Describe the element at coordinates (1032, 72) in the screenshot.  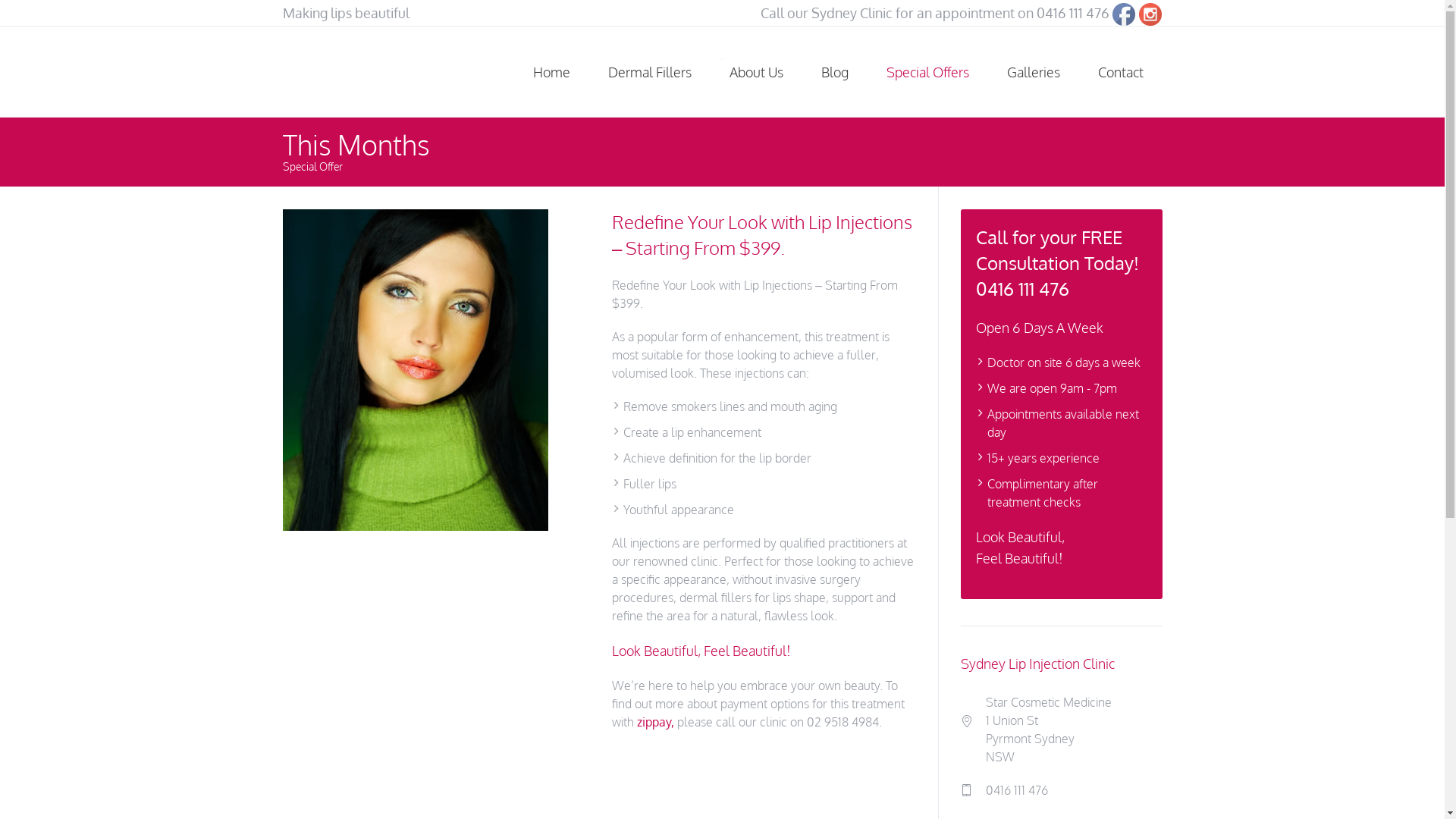
I see `'Galleries'` at that location.